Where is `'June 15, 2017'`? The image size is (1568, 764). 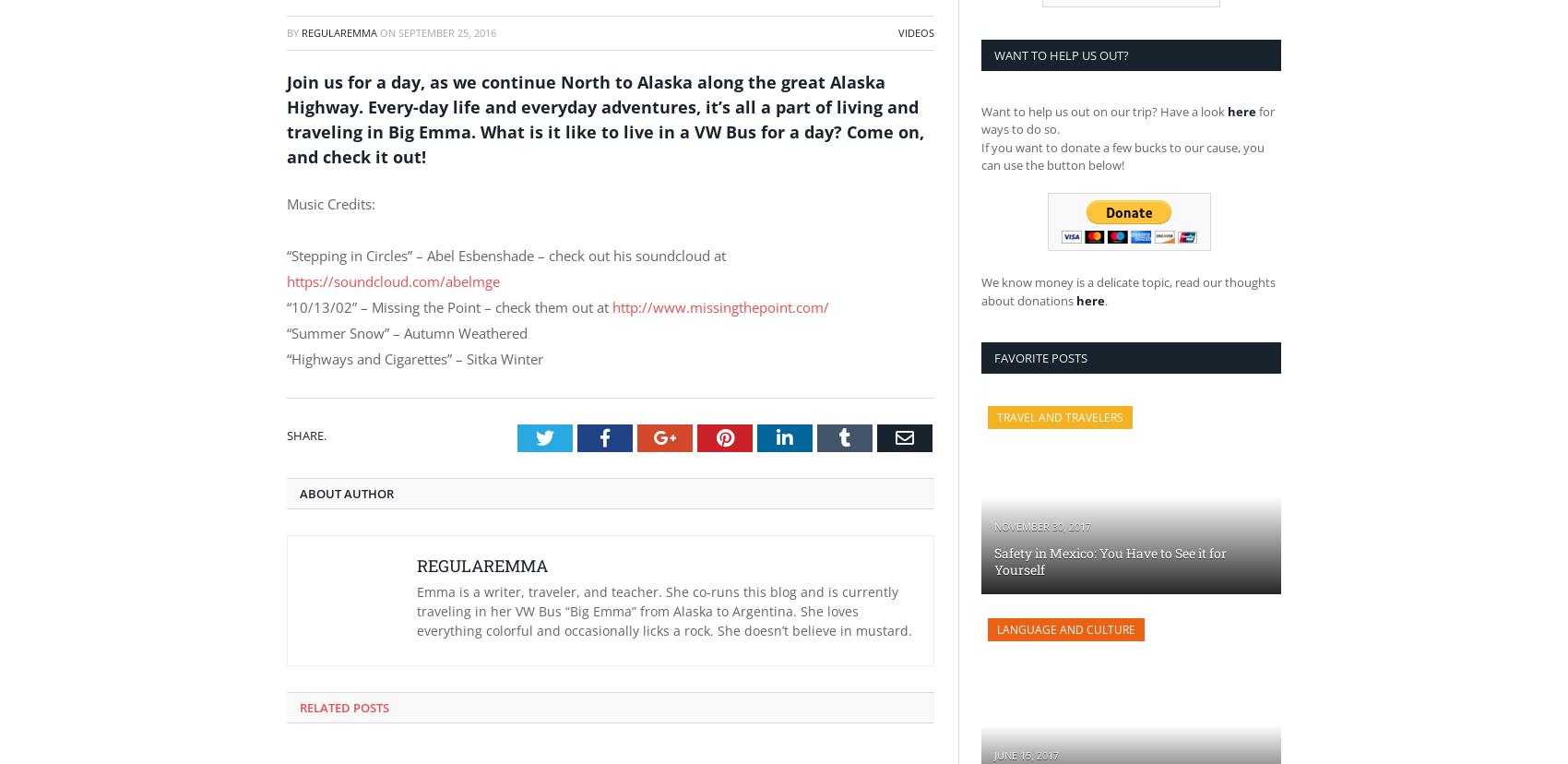
'June 15, 2017' is located at coordinates (993, 754).